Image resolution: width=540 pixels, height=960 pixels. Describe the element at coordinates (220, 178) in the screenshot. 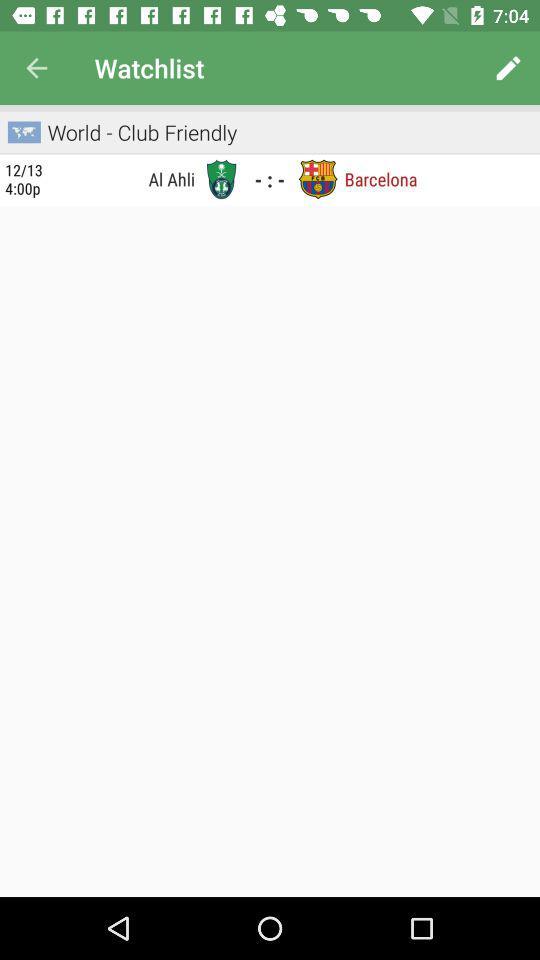

I see `item next to the al ahli icon` at that location.